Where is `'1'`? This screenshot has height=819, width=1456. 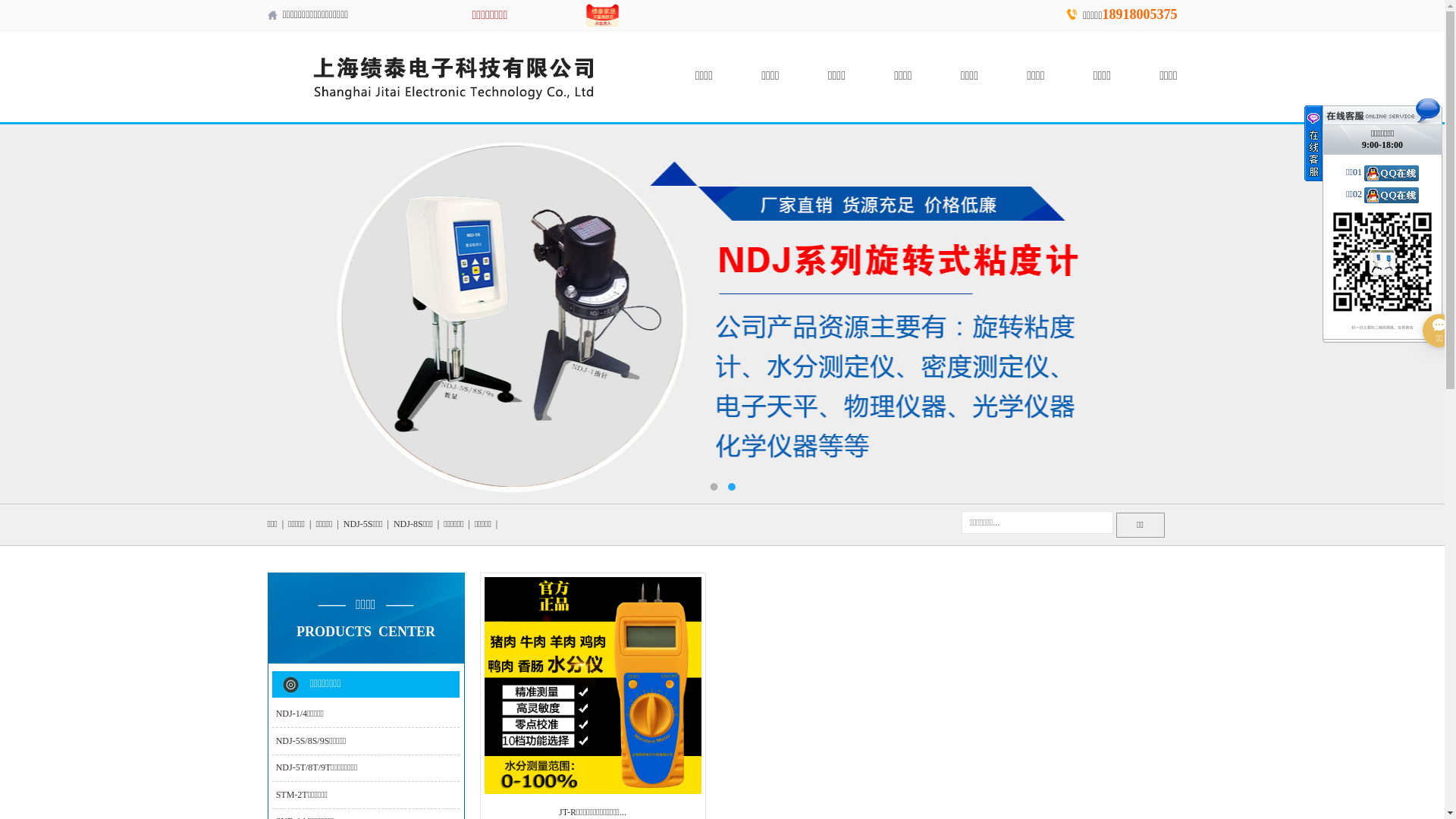 '1' is located at coordinates (712, 486).